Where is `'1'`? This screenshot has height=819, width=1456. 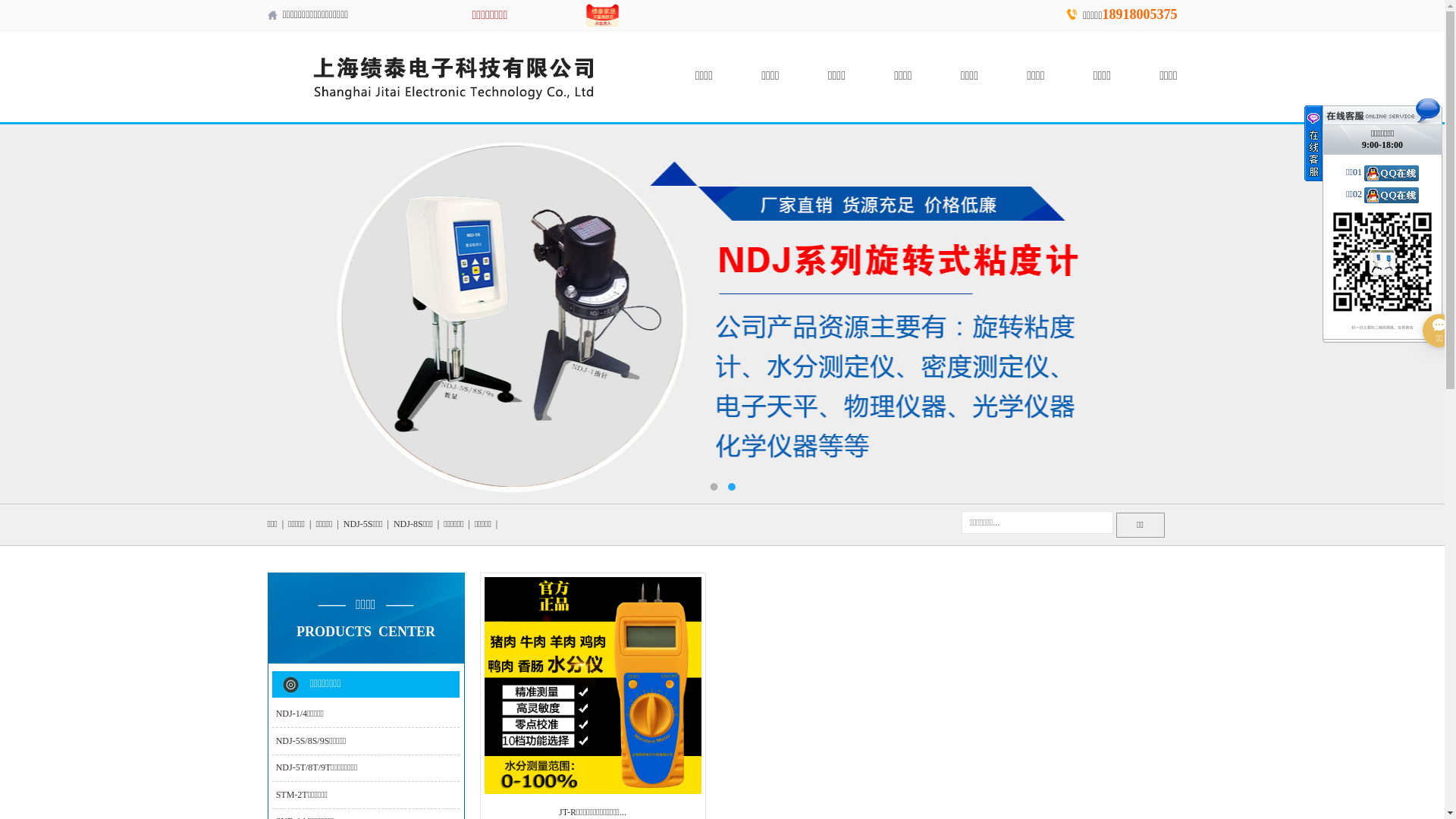 '1' is located at coordinates (712, 486).